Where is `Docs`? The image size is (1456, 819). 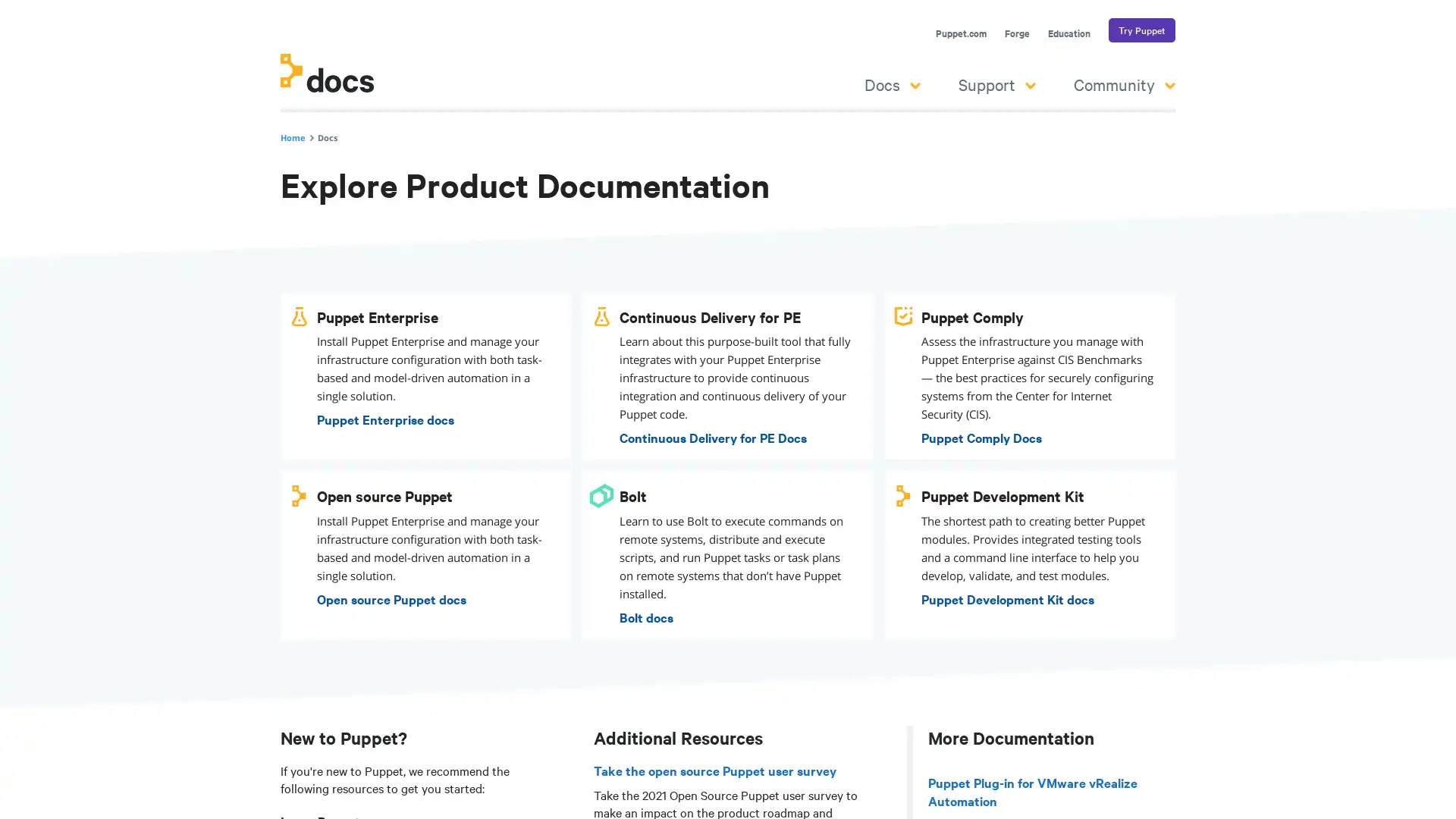 Docs is located at coordinates (892, 92).